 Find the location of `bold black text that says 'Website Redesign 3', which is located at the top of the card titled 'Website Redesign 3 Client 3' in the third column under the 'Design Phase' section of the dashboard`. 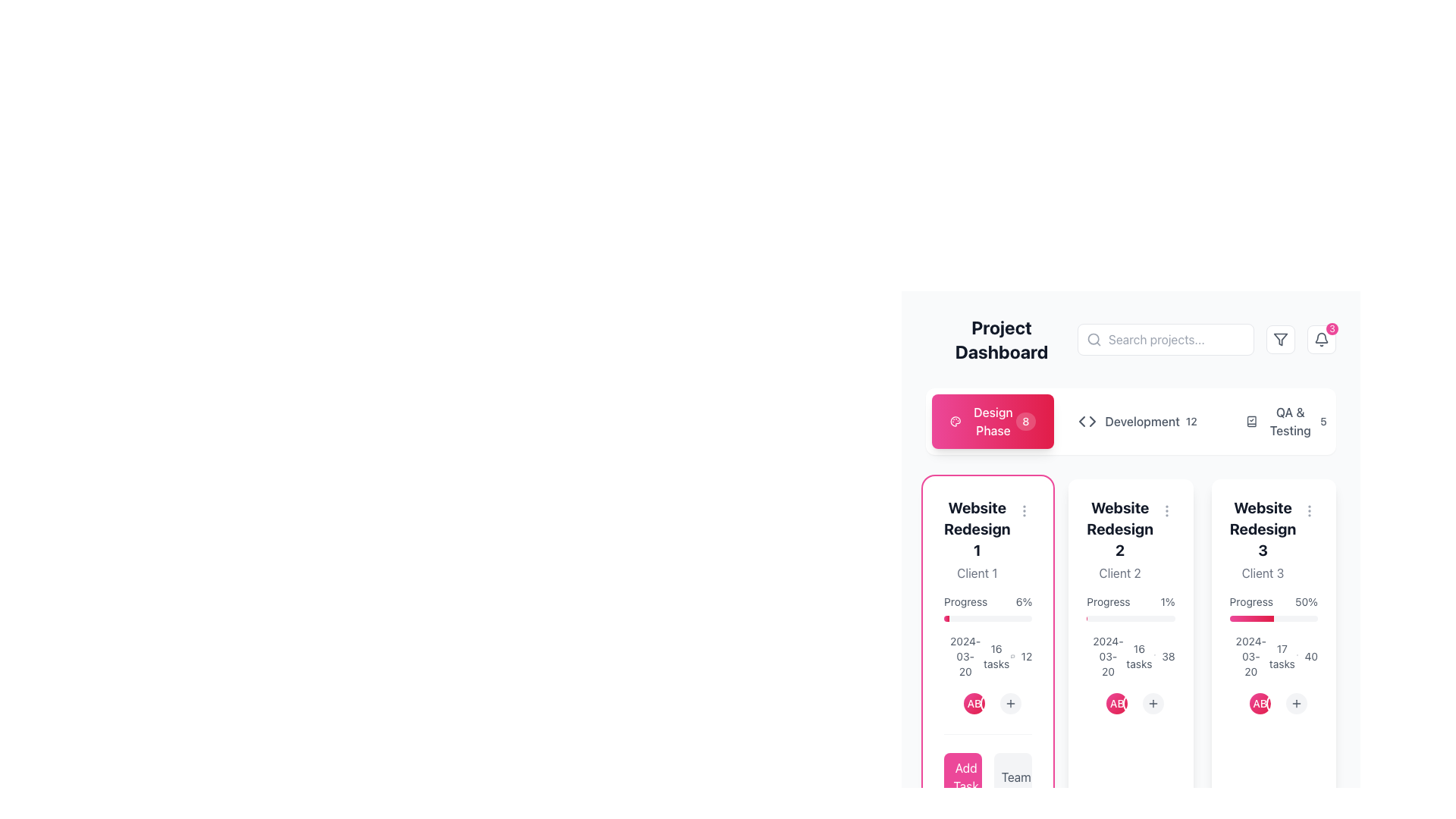

bold black text that says 'Website Redesign 3', which is located at the top of the card titled 'Website Redesign 3 Client 3' in the third column under the 'Design Phase' section of the dashboard is located at coordinates (1263, 529).